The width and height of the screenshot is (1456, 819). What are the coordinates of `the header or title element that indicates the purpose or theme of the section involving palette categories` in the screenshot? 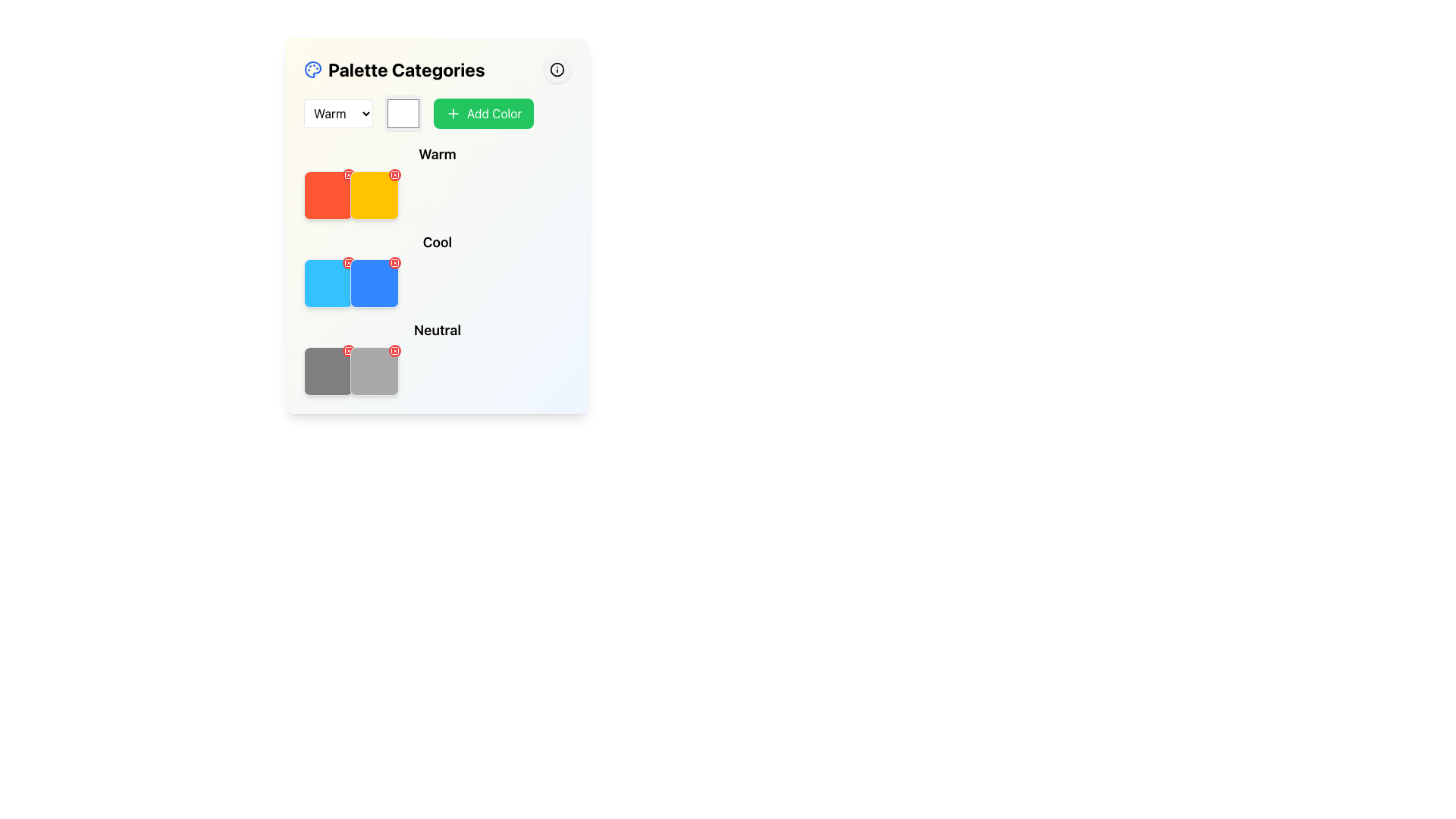 It's located at (436, 70).